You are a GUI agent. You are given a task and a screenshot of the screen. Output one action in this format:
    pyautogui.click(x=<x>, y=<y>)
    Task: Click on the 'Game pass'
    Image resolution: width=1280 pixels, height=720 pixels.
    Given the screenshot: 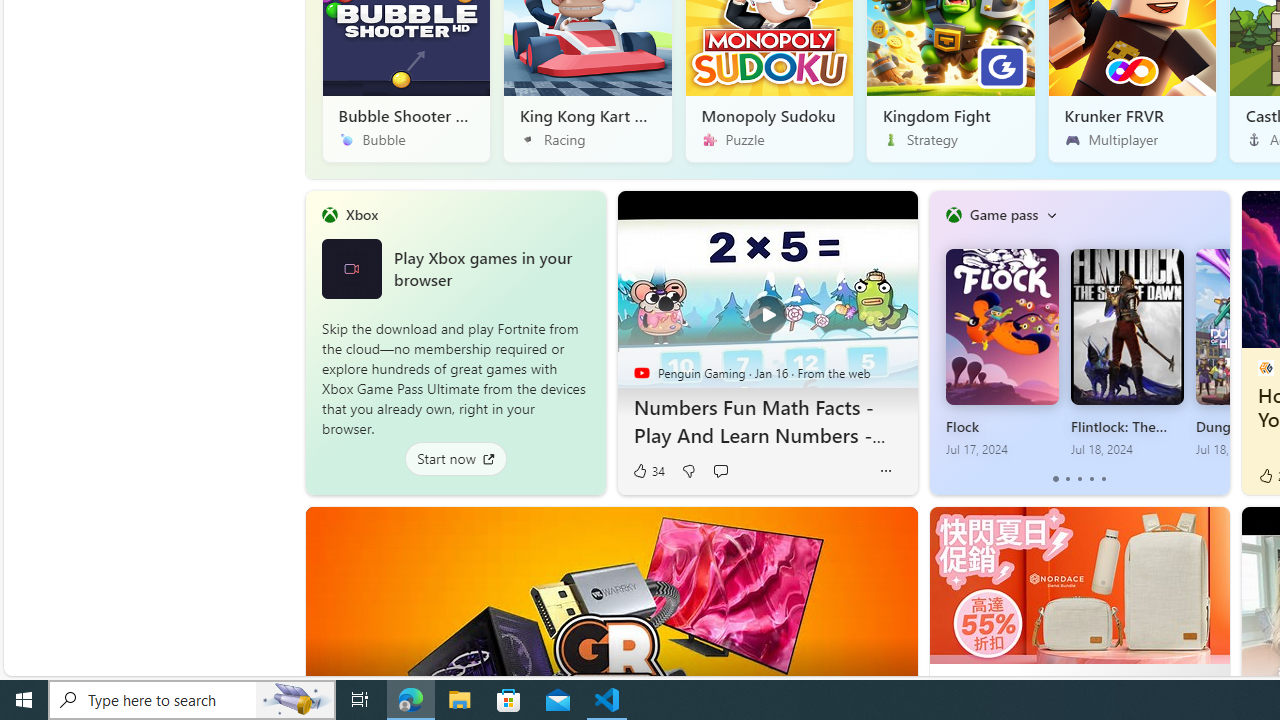 What is the action you would take?
    pyautogui.click(x=1003, y=214)
    